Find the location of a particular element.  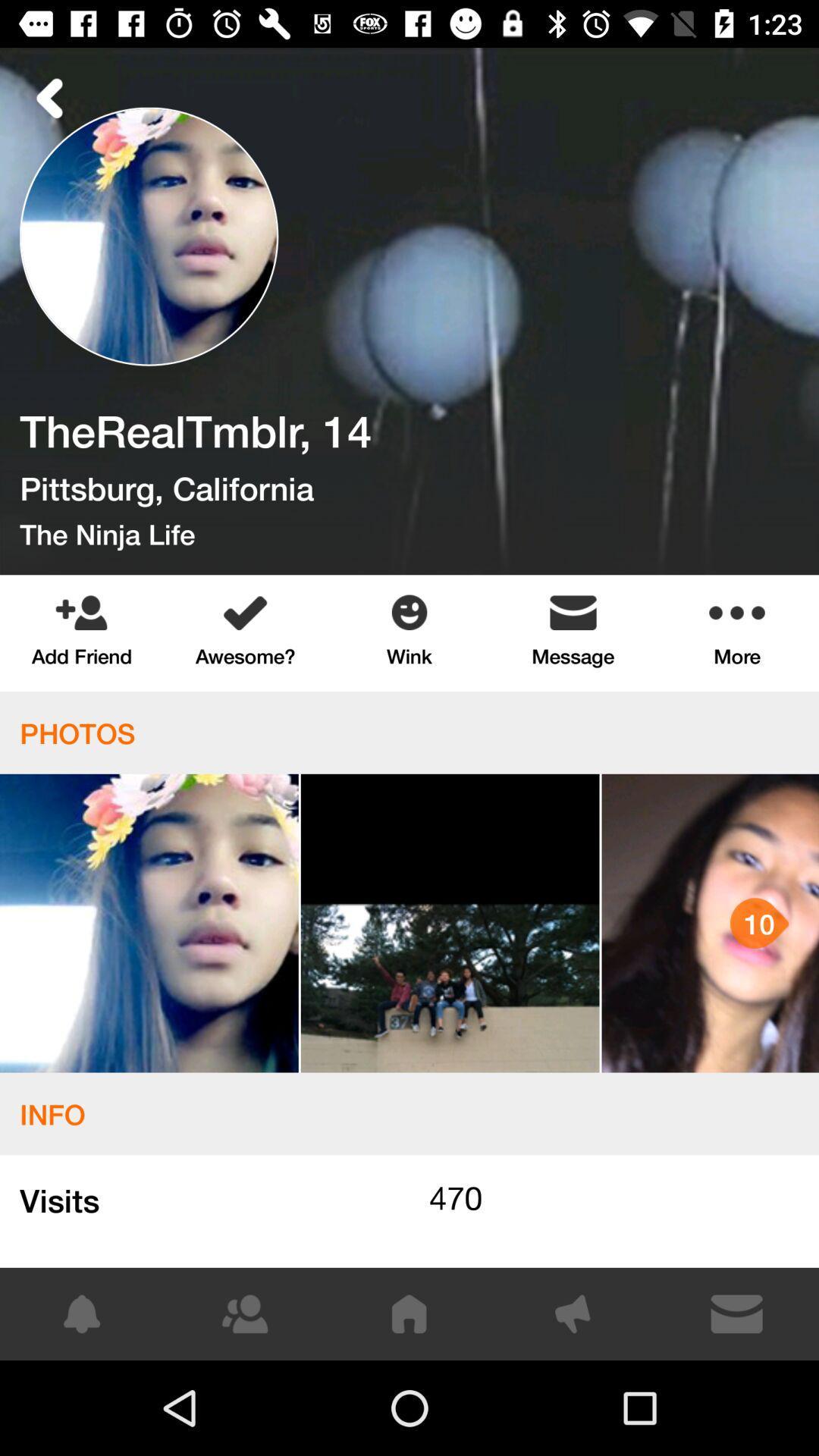

the arrow_backward icon is located at coordinates (49, 97).